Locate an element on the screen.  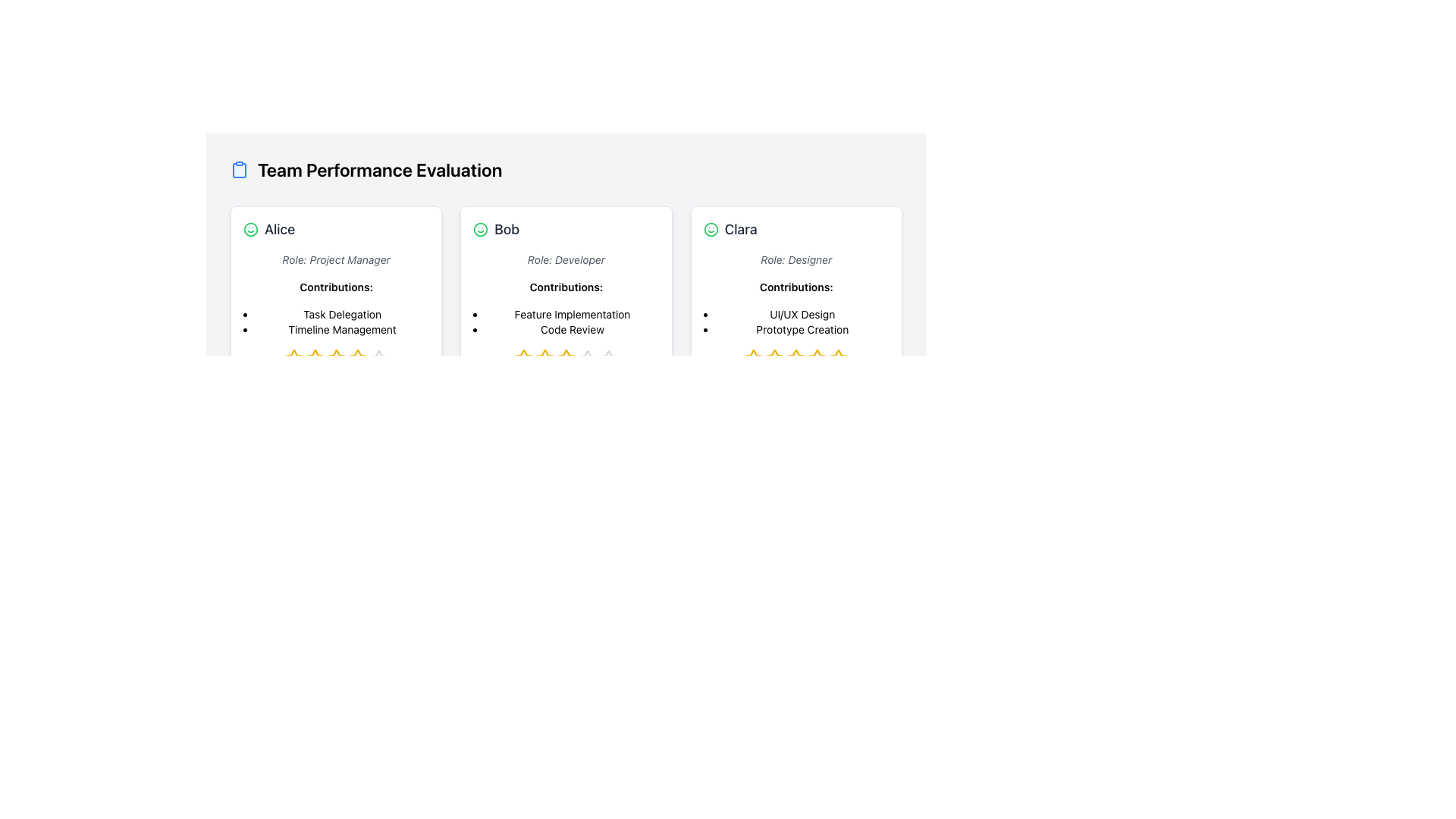
the third star icon in the rating system located below the 'Contributions: Feature Implementation, Code Review' text is located at coordinates (524, 358).